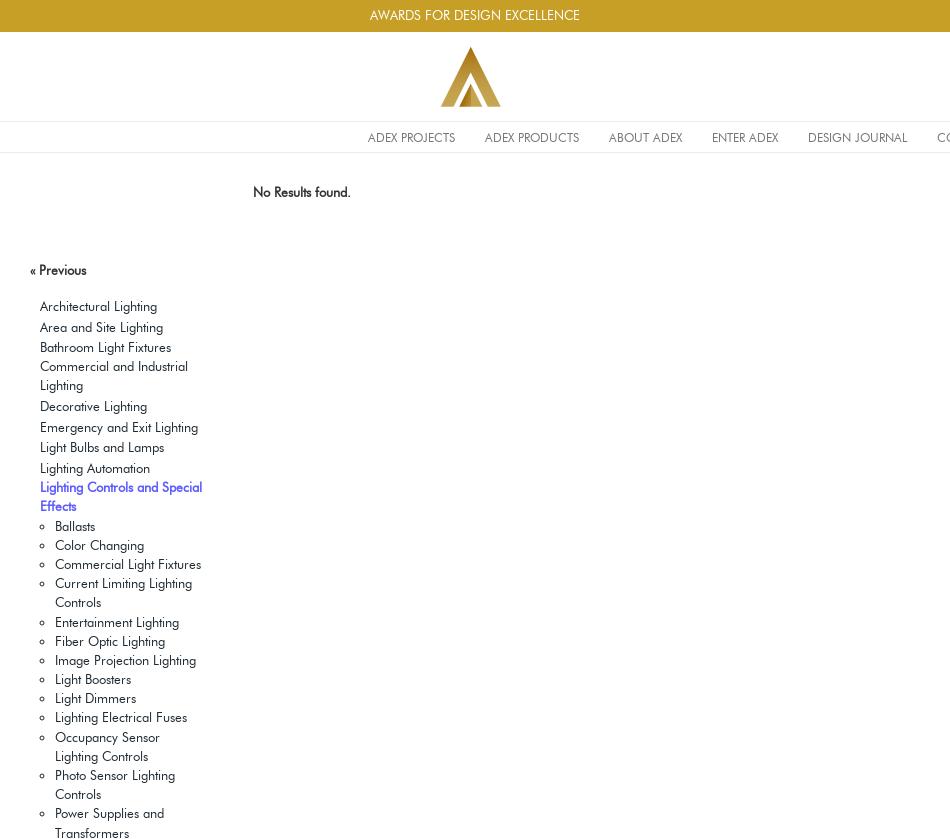 The width and height of the screenshot is (950, 839). I want to click on 'Light Boosters', so click(93, 678).